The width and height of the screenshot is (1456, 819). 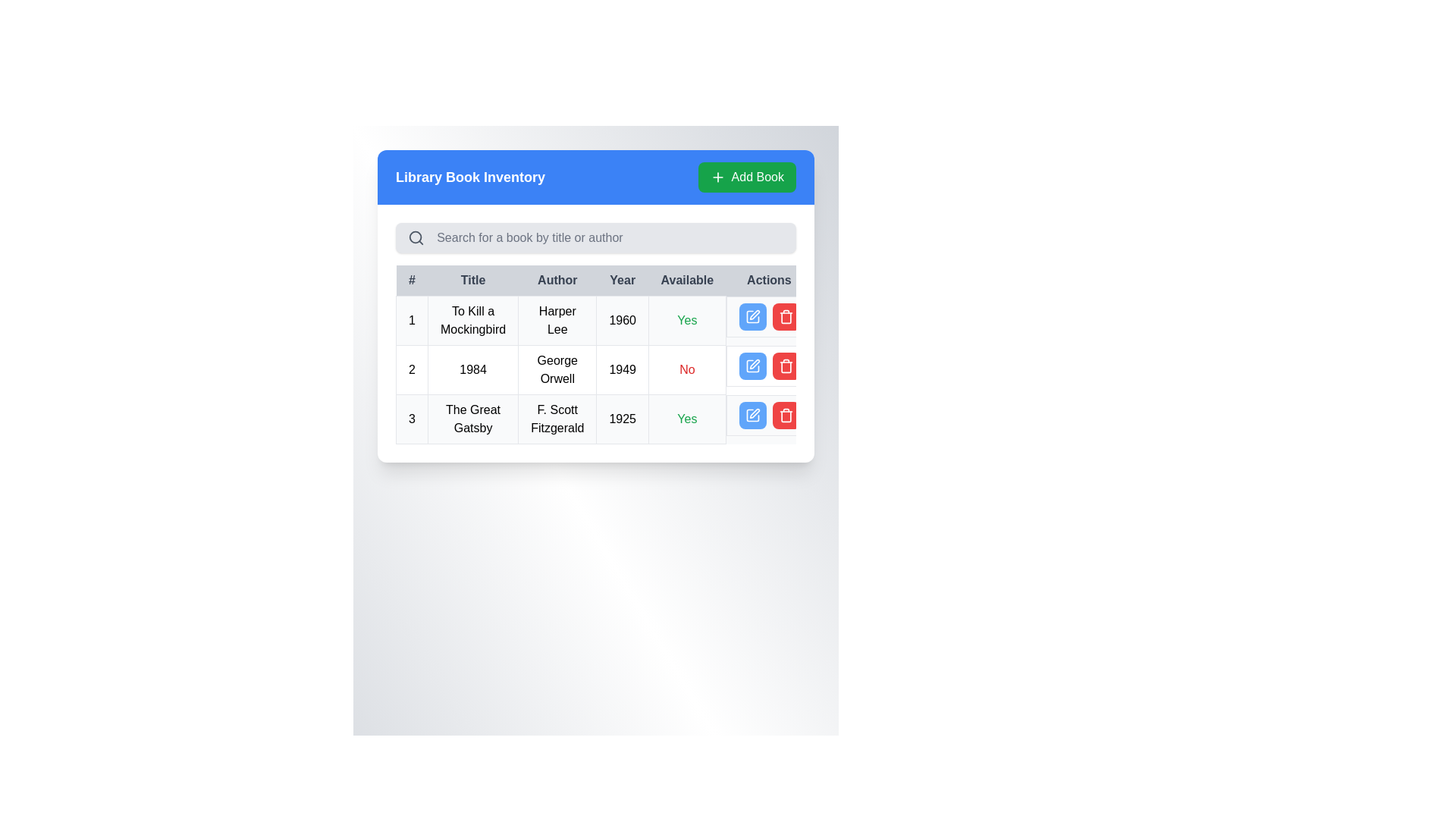 I want to click on the table cell representing the publication year of the book '1984' by George Orwell in the library inventory table, located in the fourth column of the second row, so click(x=623, y=370).